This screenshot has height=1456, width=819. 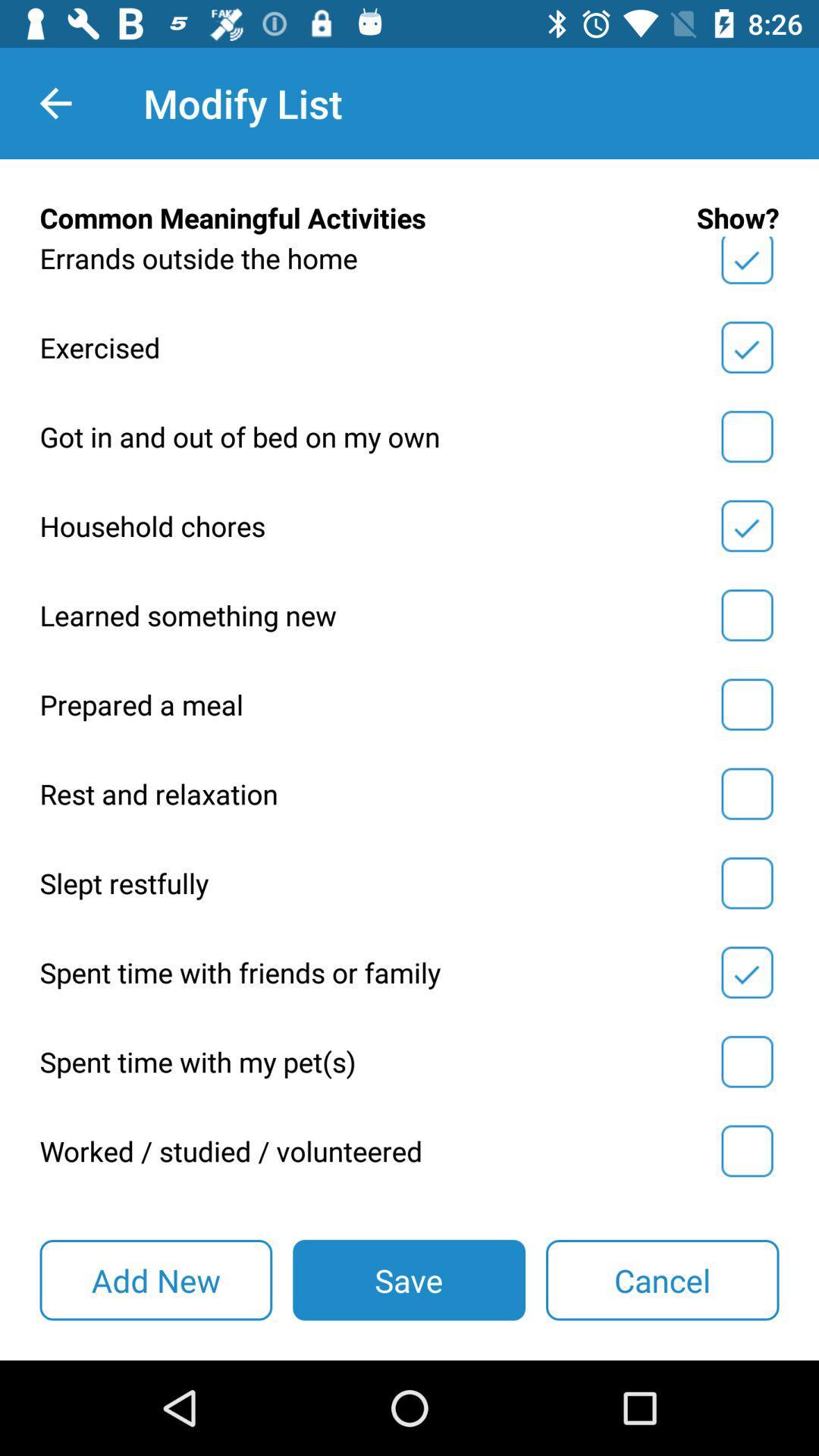 What do you see at coordinates (746, 526) in the screenshot?
I see `check the activities in your bucketlist` at bounding box center [746, 526].